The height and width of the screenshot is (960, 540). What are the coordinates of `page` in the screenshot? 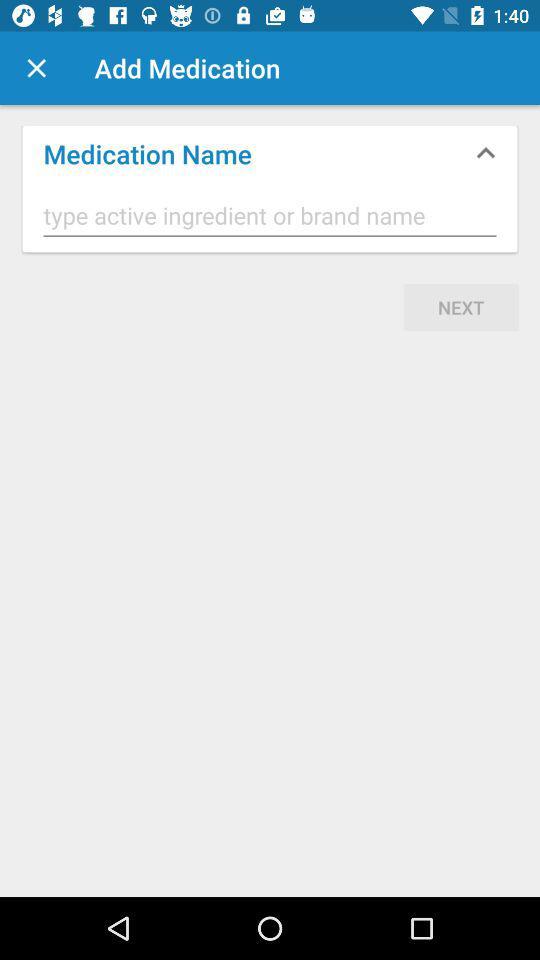 It's located at (36, 68).